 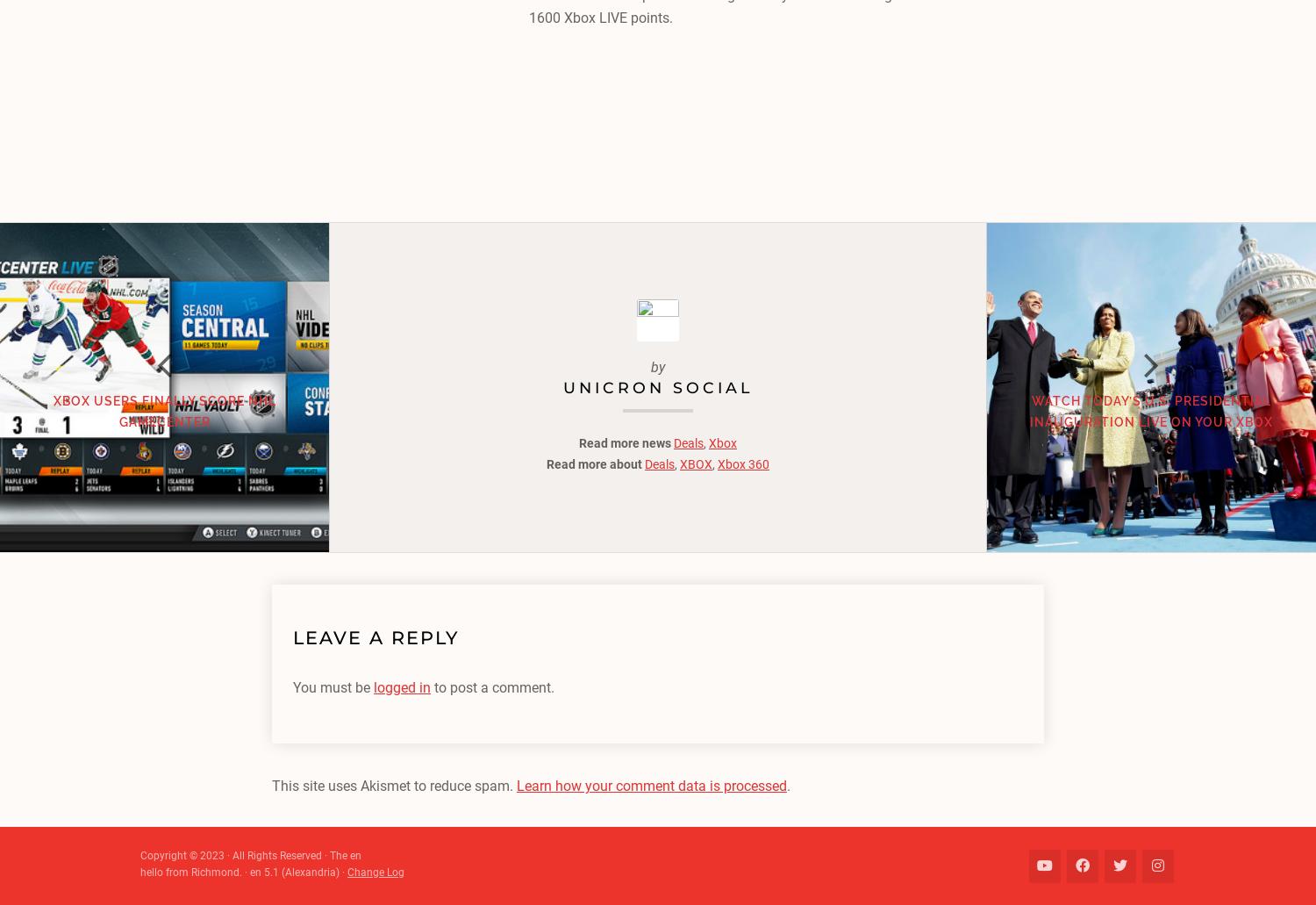 What do you see at coordinates (658, 367) in the screenshot?
I see `'by'` at bounding box center [658, 367].